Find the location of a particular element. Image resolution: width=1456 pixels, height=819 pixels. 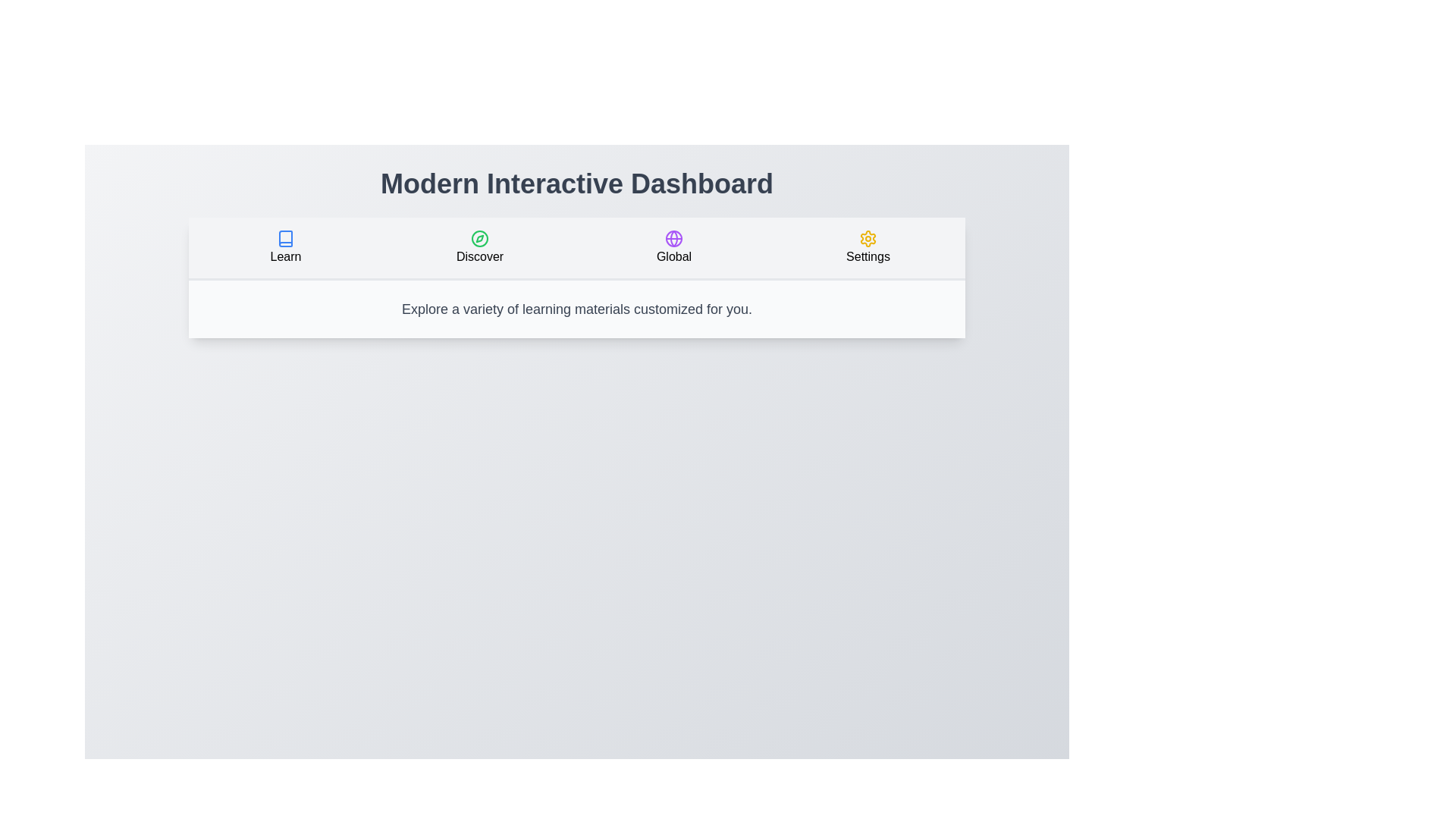

the third button in the navigation menu, which allows users to switch to the 'Global' section is located at coordinates (673, 247).